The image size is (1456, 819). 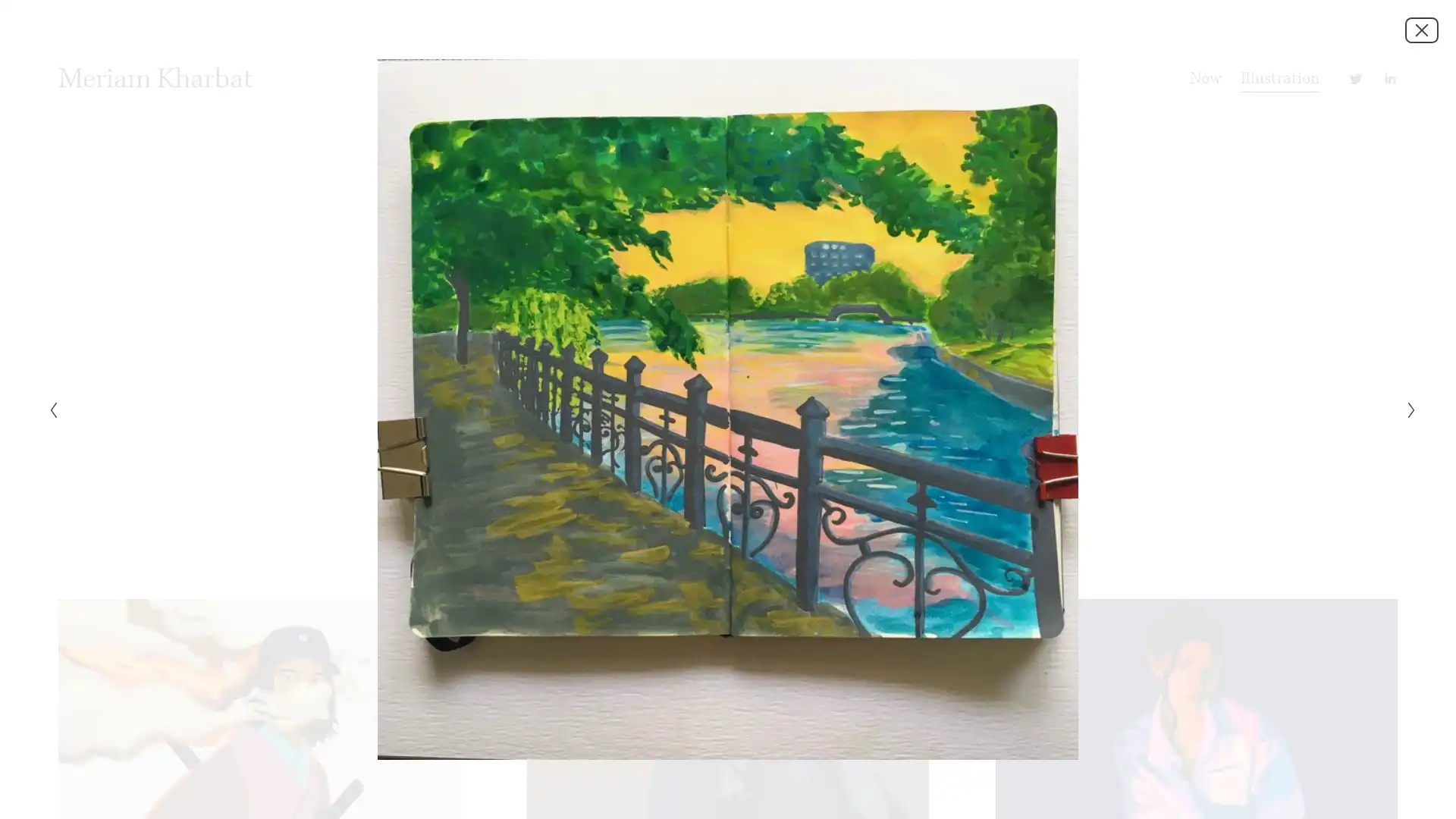 What do you see at coordinates (1406, 409) in the screenshot?
I see `Next Slide` at bounding box center [1406, 409].